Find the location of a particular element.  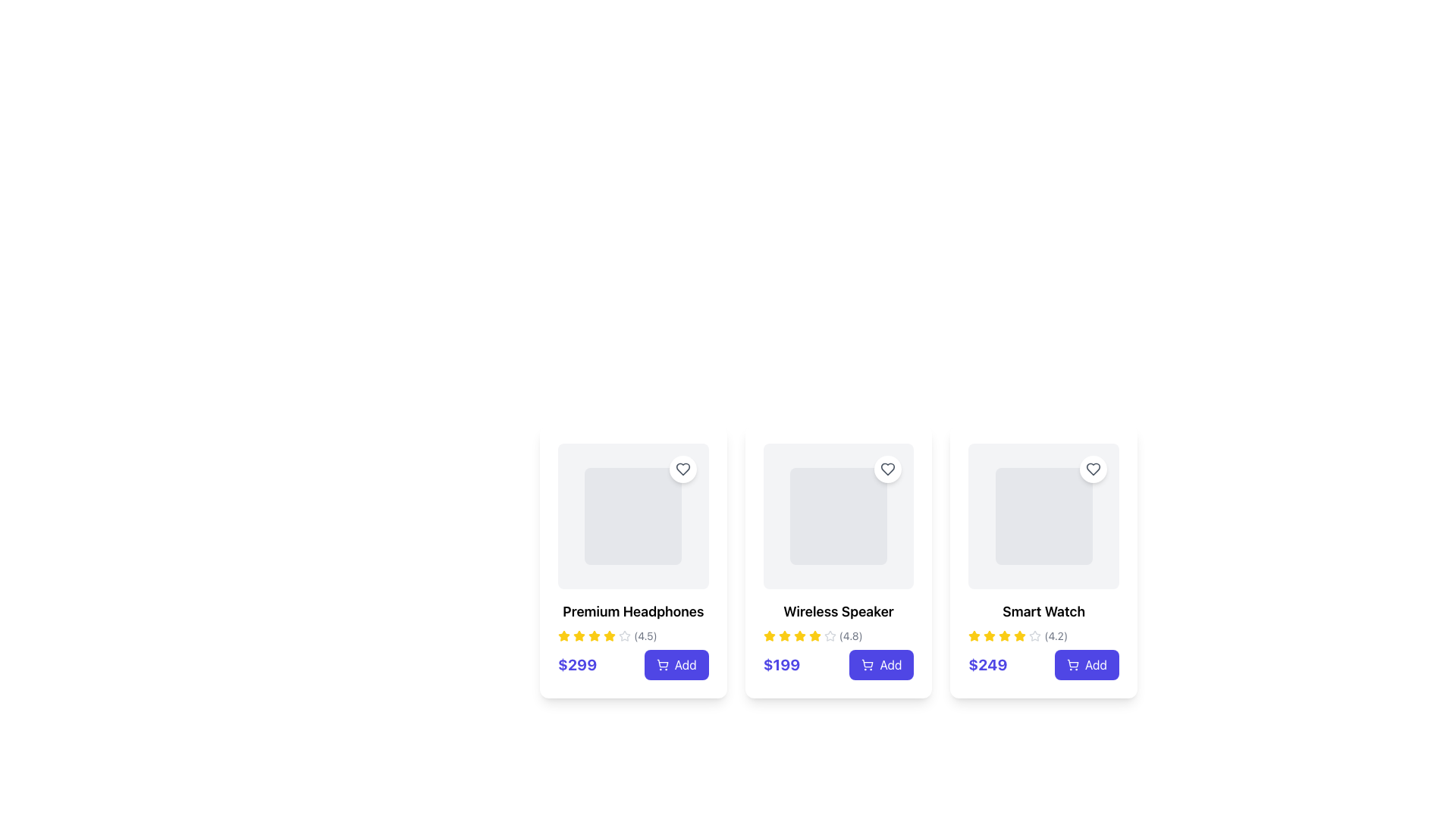

displayed average rating for the Smart Watch product, located to the rightmost part of the star-rating group in the product card is located at coordinates (1055, 636).